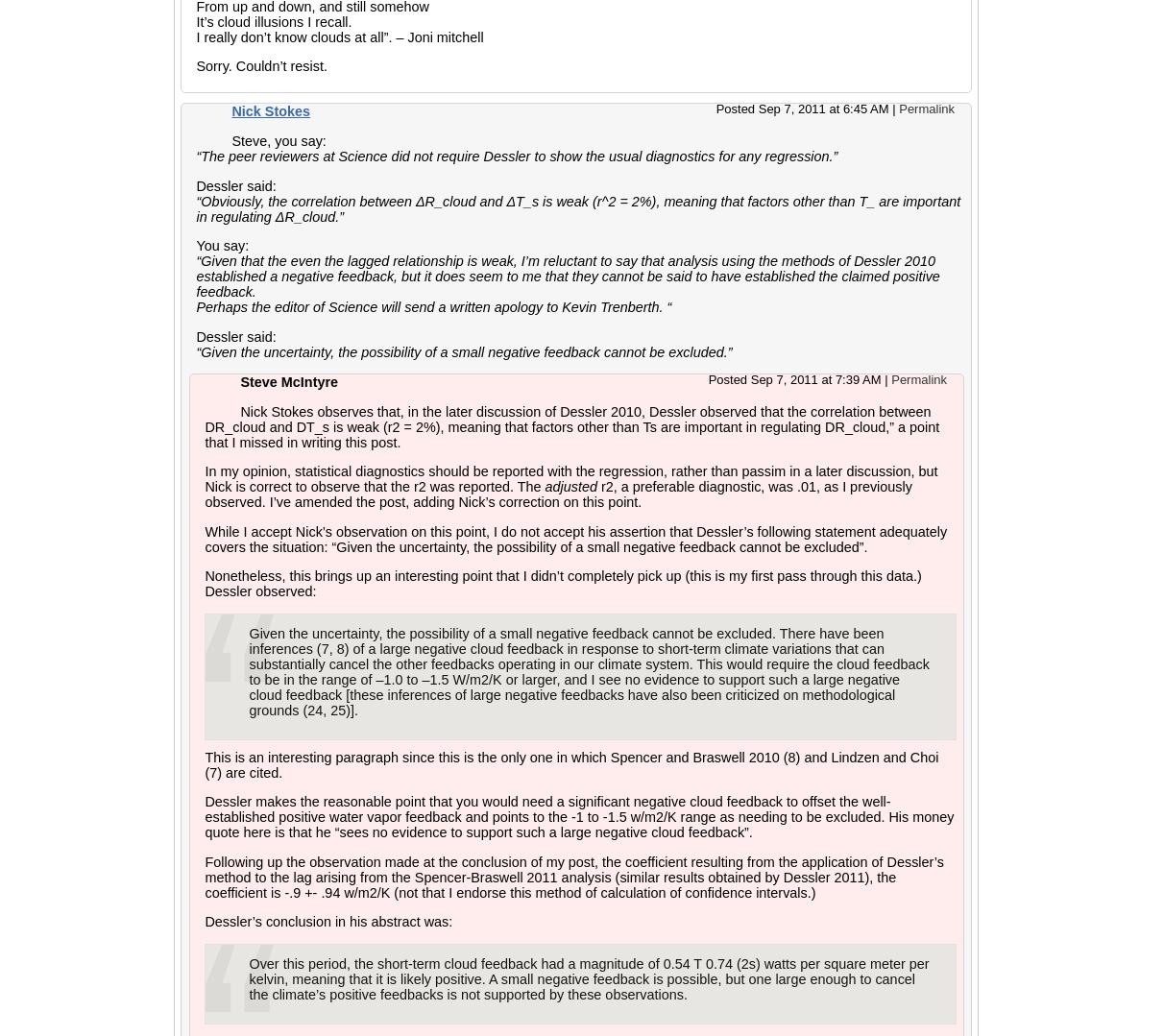 The height and width of the screenshot is (1036, 1164). Describe the element at coordinates (517, 156) in the screenshot. I see `'“The peer reviewers at Science did not require Dessler to show the usual diagnostics for any regression.”'` at that location.